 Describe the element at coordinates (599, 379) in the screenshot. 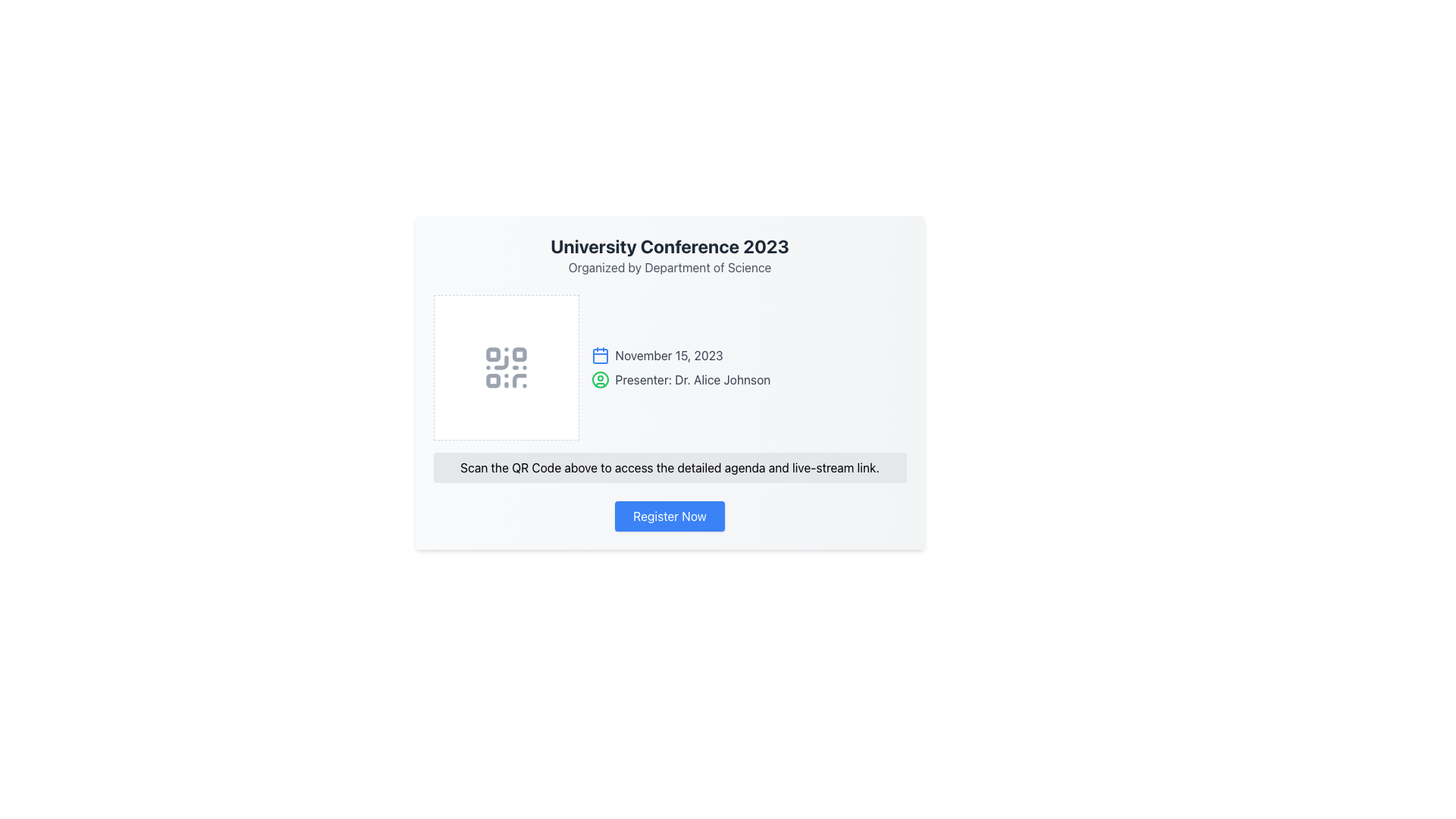

I see `the circular user icon with a green stroke located to the left of the text 'Presenter: Dr. Alice Johnson.'` at that location.